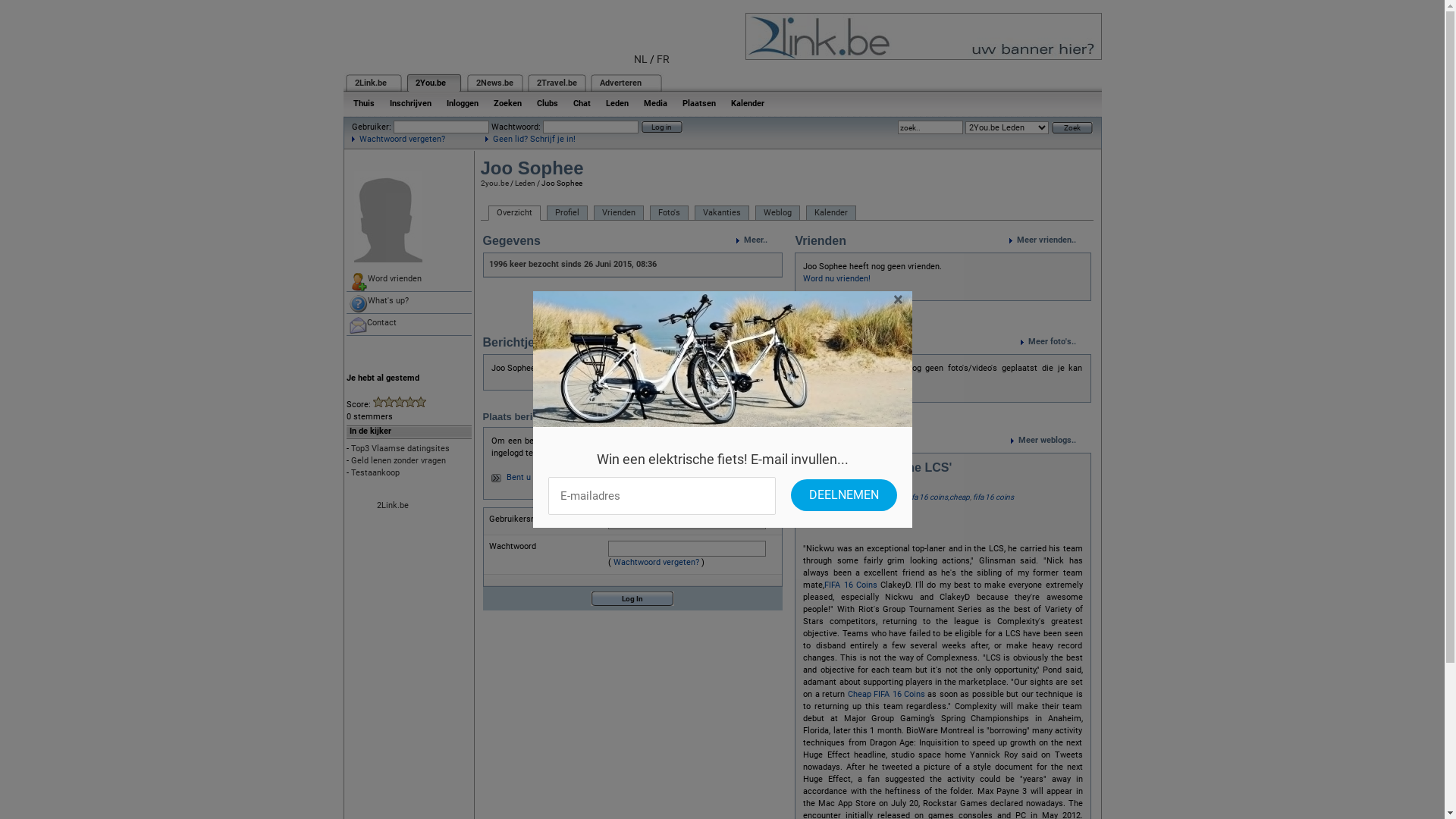 This screenshot has width=1456, height=819. I want to click on 'fifa 16 coins,buy', so click(877, 497).